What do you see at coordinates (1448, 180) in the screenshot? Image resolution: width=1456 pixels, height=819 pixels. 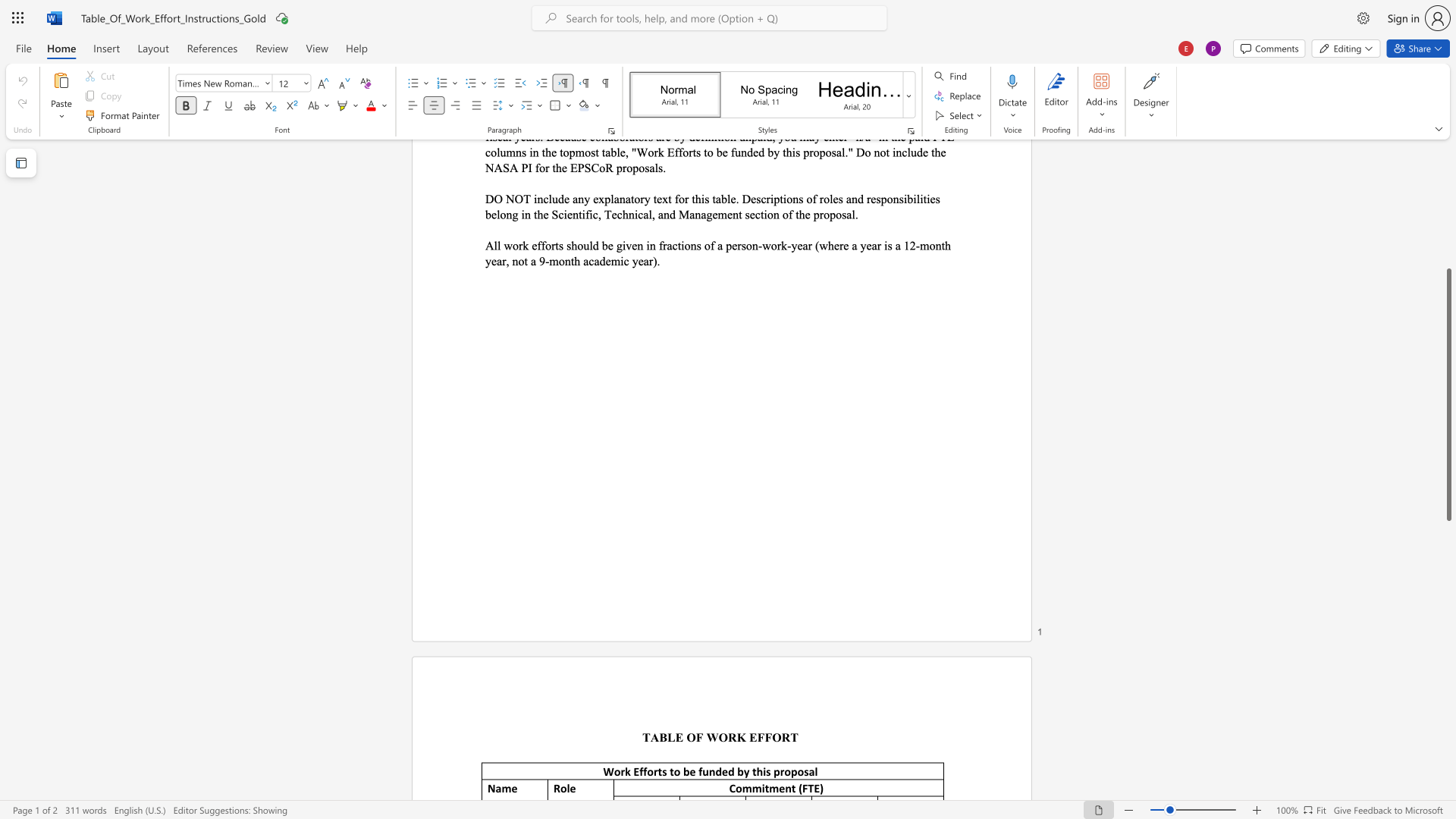 I see `the right-hand scrollbar to ascend the page` at bounding box center [1448, 180].